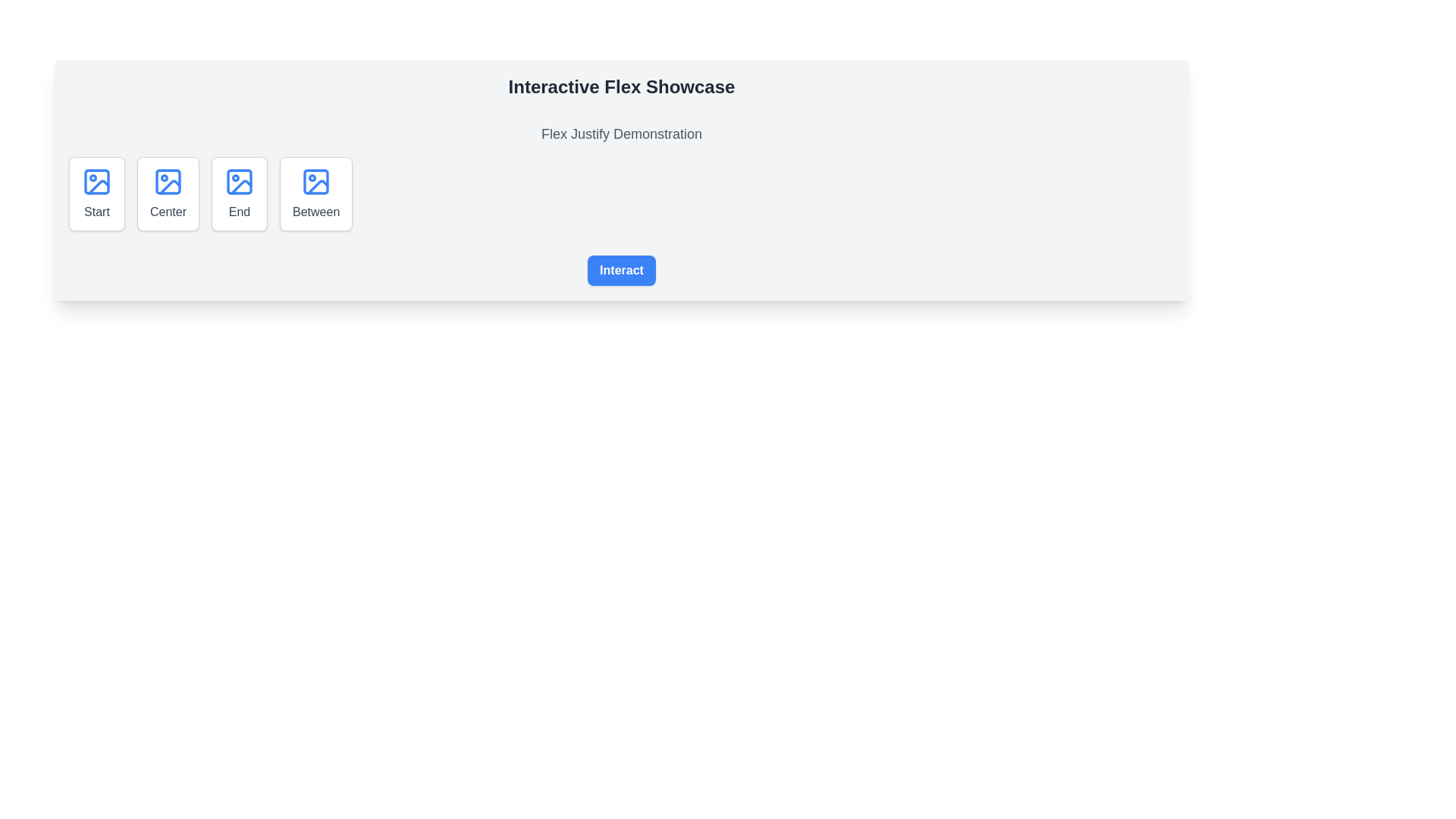 The height and width of the screenshot is (819, 1456). I want to click on the 'Center' alignment button, which is a compound component consisting of an icon and a text label, located in the middle of a row of four panels between 'Start' and 'End', so click(168, 193).